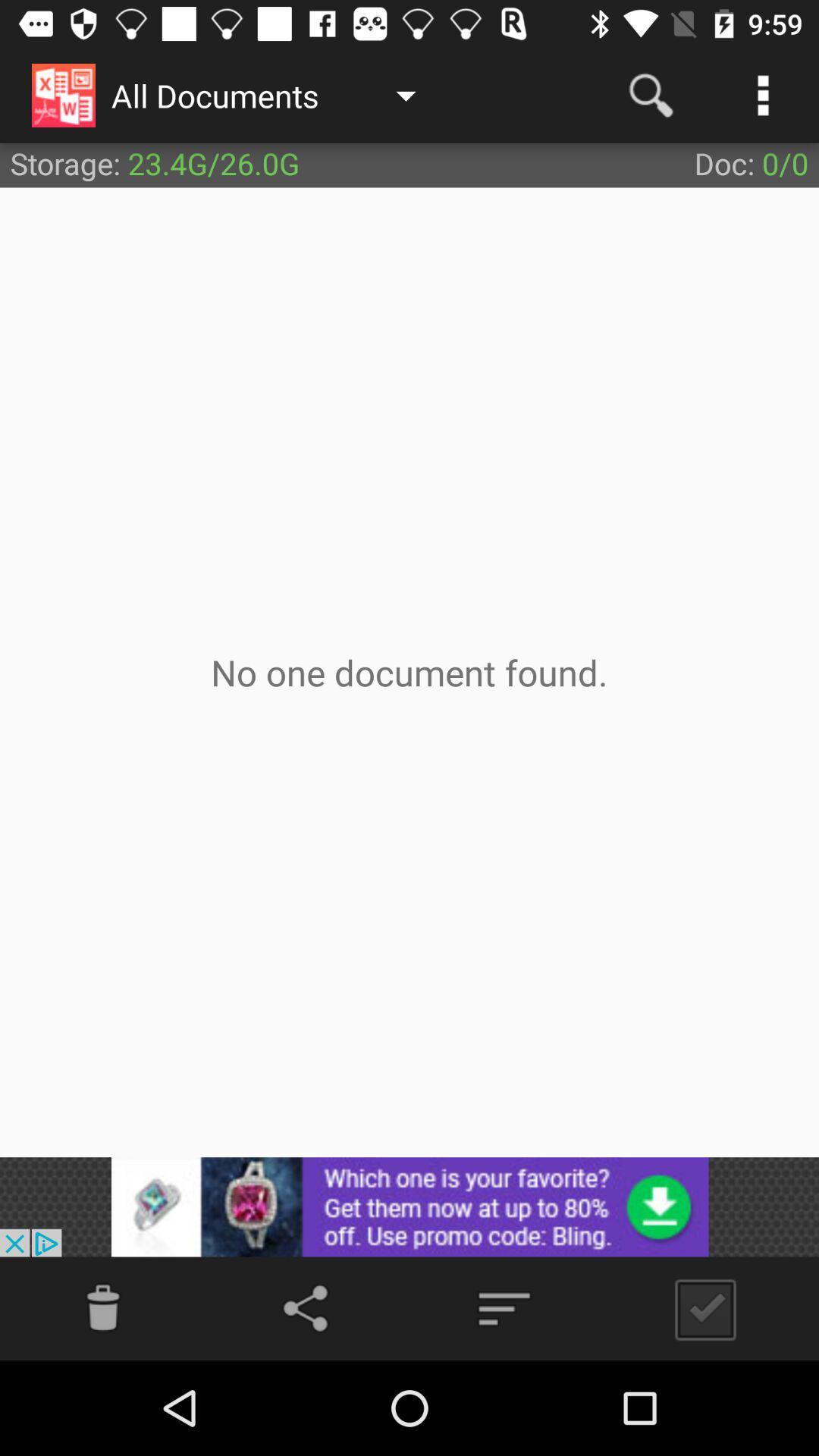  What do you see at coordinates (308, 1307) in the screenshot?
I see `share options` at bounding box center [308, 1307].